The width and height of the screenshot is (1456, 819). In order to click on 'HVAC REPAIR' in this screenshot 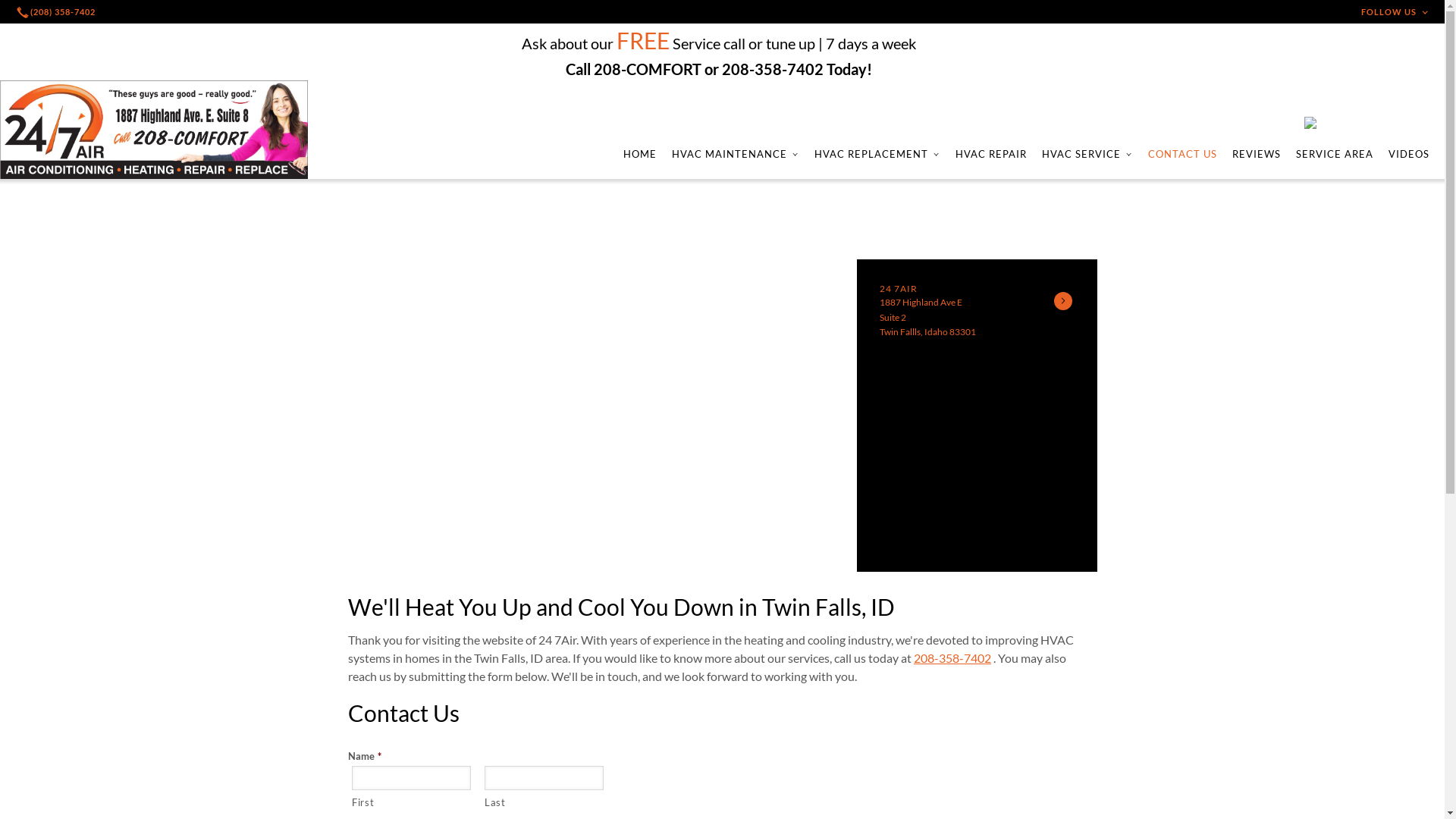, I will do `click(954, 154)`.